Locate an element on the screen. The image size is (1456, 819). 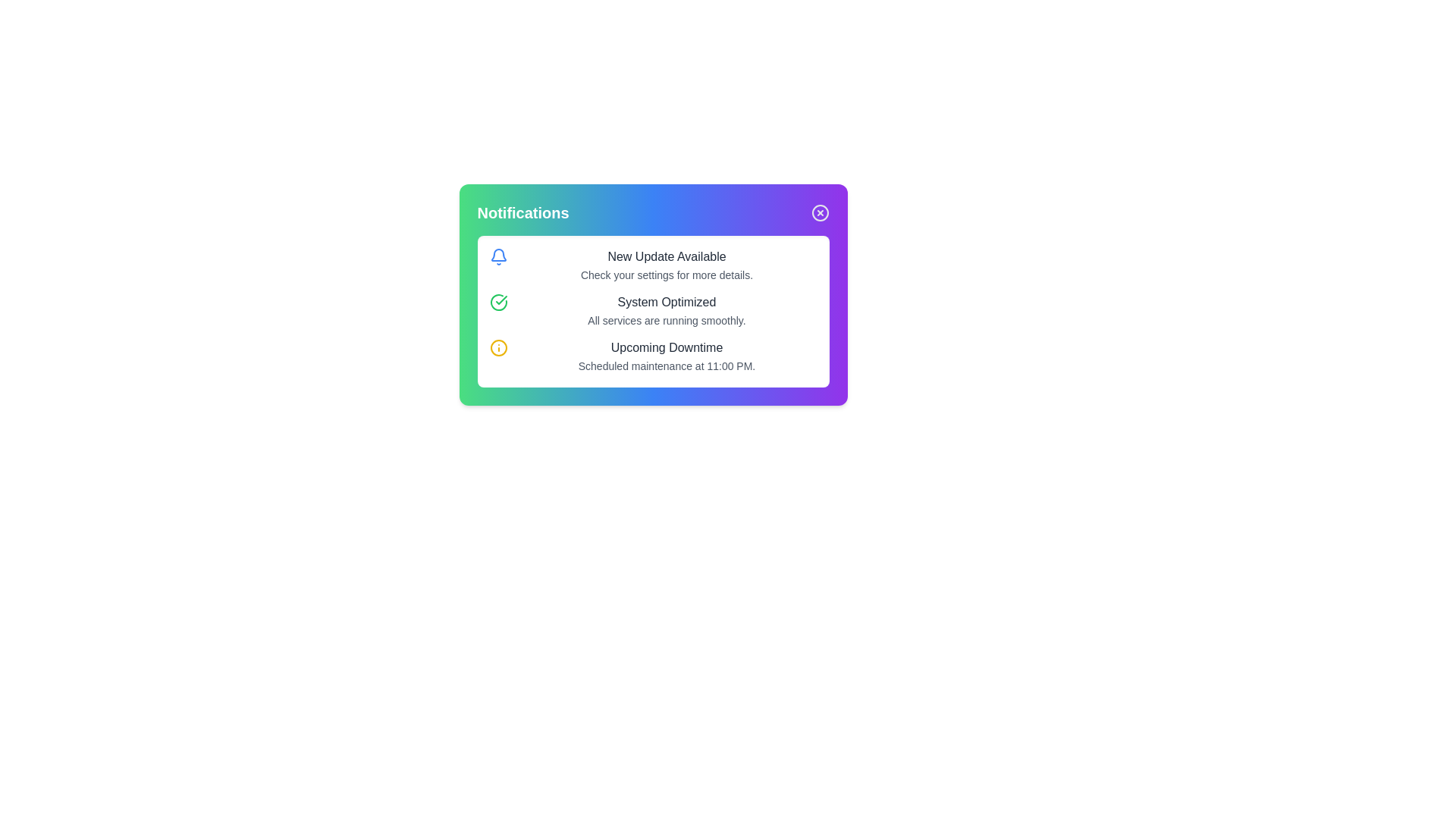
the circular shape with a yellow border and white inner fill located at the center of the notification icon in the notification panel is located at coordinates (498, 348).